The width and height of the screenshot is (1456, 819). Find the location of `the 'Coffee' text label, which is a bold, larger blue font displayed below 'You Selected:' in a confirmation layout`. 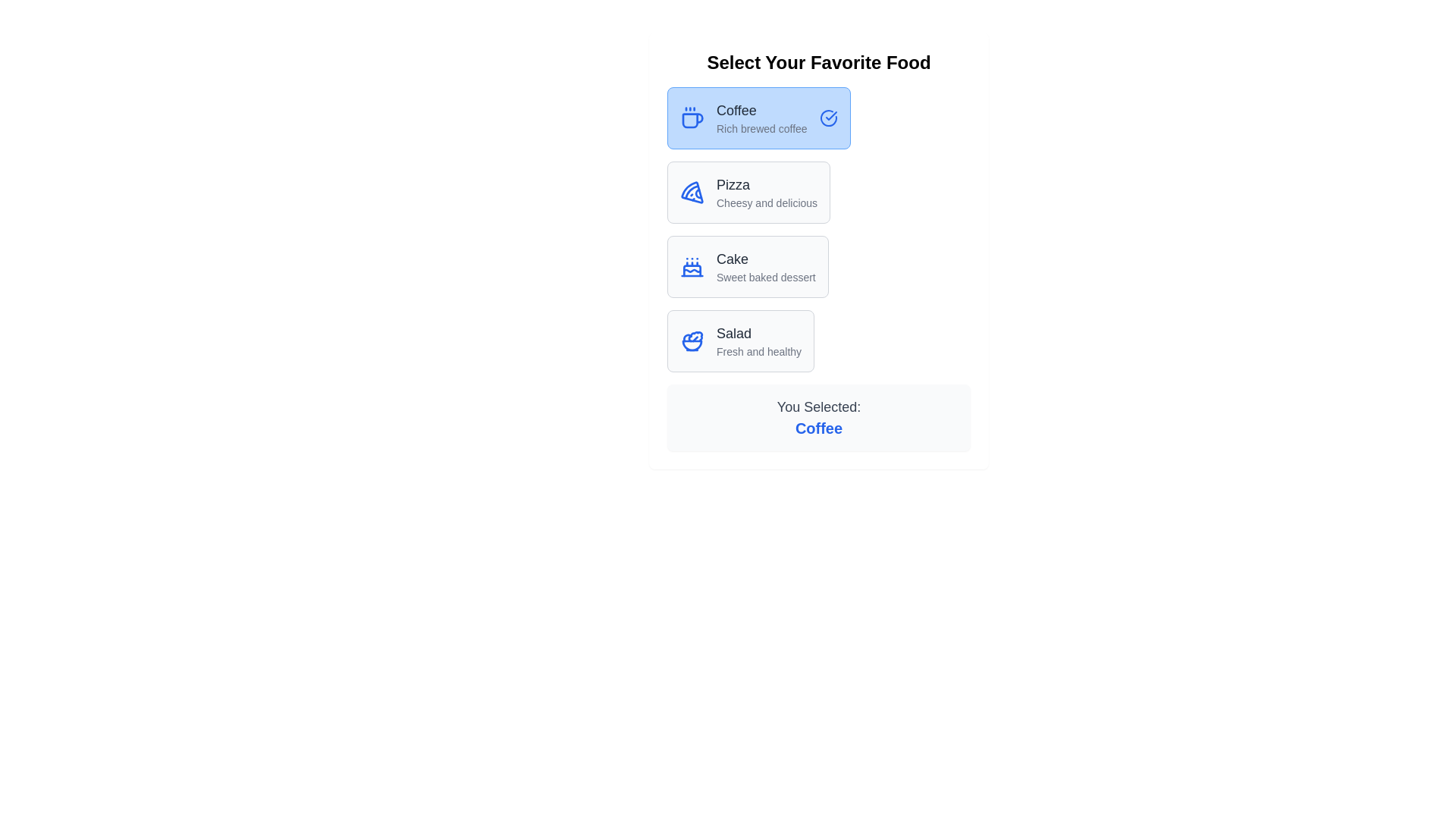

the 'Coffee' text label, which is a bold, larger blue font displayed below 'You Selected:' in a confirmation layout is located at coordinates (818, 428).